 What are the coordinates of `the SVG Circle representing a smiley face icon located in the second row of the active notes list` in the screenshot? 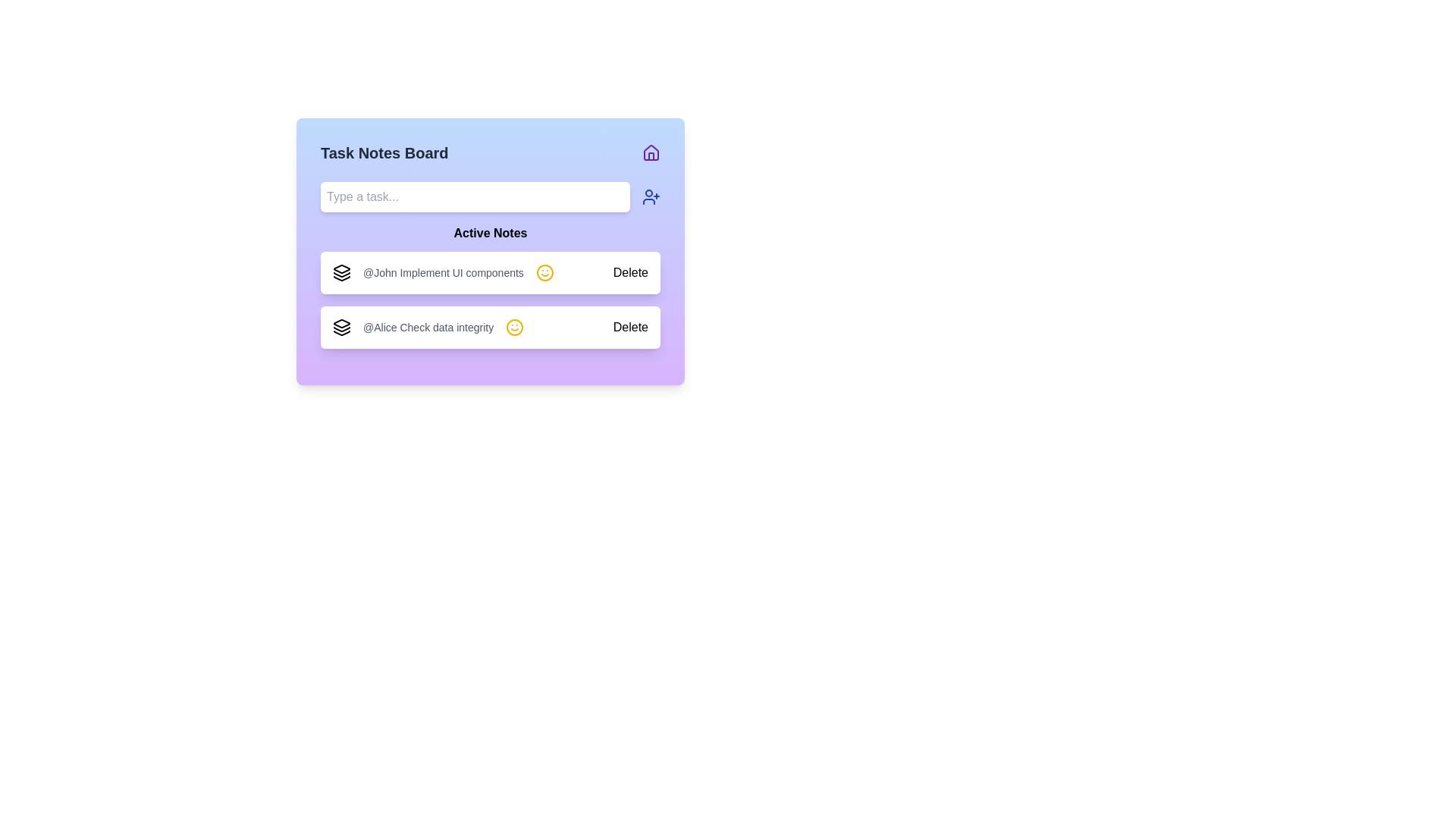 It's located at (515, 327).